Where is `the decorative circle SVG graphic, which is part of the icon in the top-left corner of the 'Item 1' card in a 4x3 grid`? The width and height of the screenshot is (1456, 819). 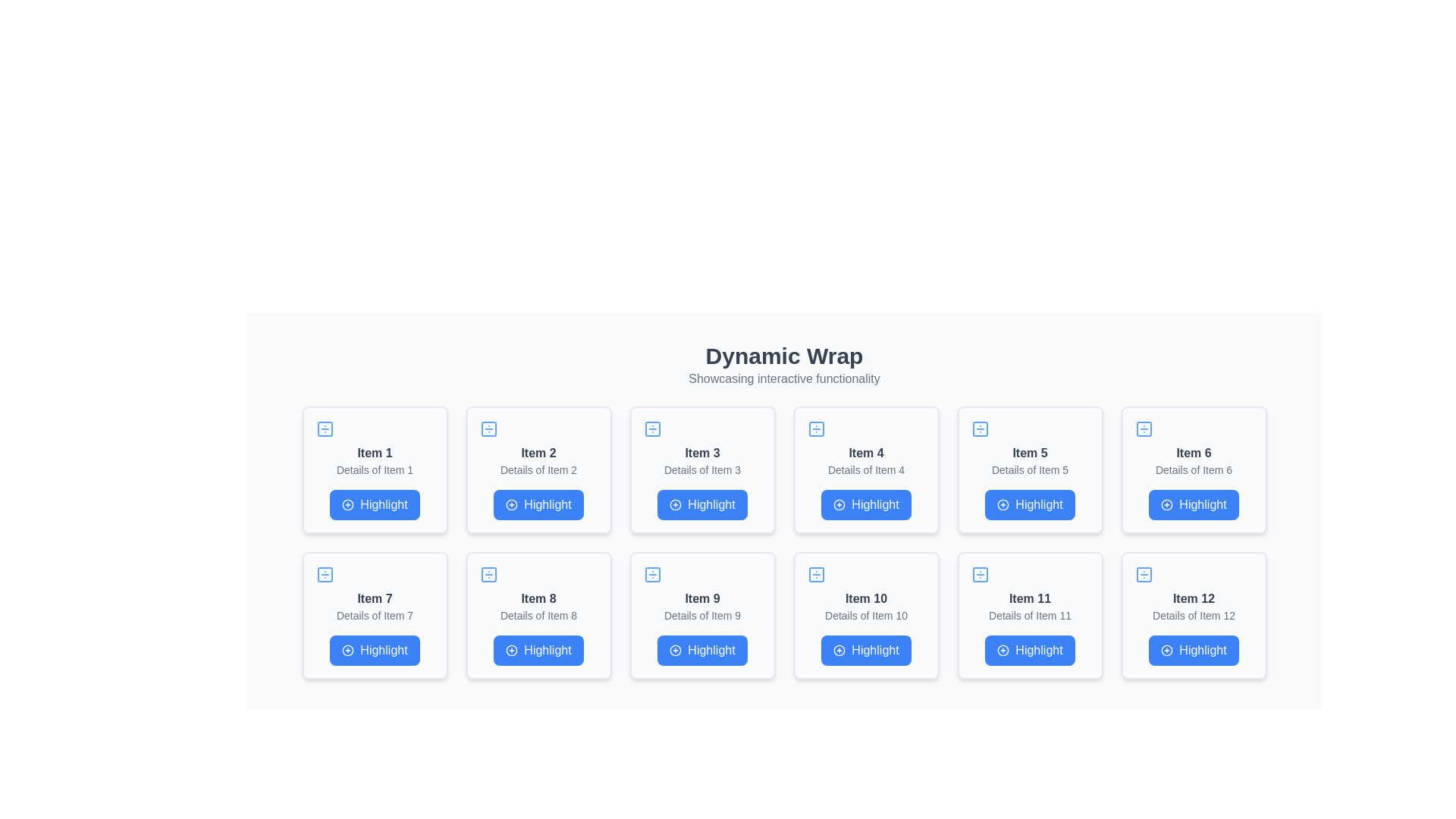 the decorative circle SVG graphic, which is part of the icon in the top-left corner of the 'Item 1' card in a 4x3 grid is located at coordinates (347, 505).